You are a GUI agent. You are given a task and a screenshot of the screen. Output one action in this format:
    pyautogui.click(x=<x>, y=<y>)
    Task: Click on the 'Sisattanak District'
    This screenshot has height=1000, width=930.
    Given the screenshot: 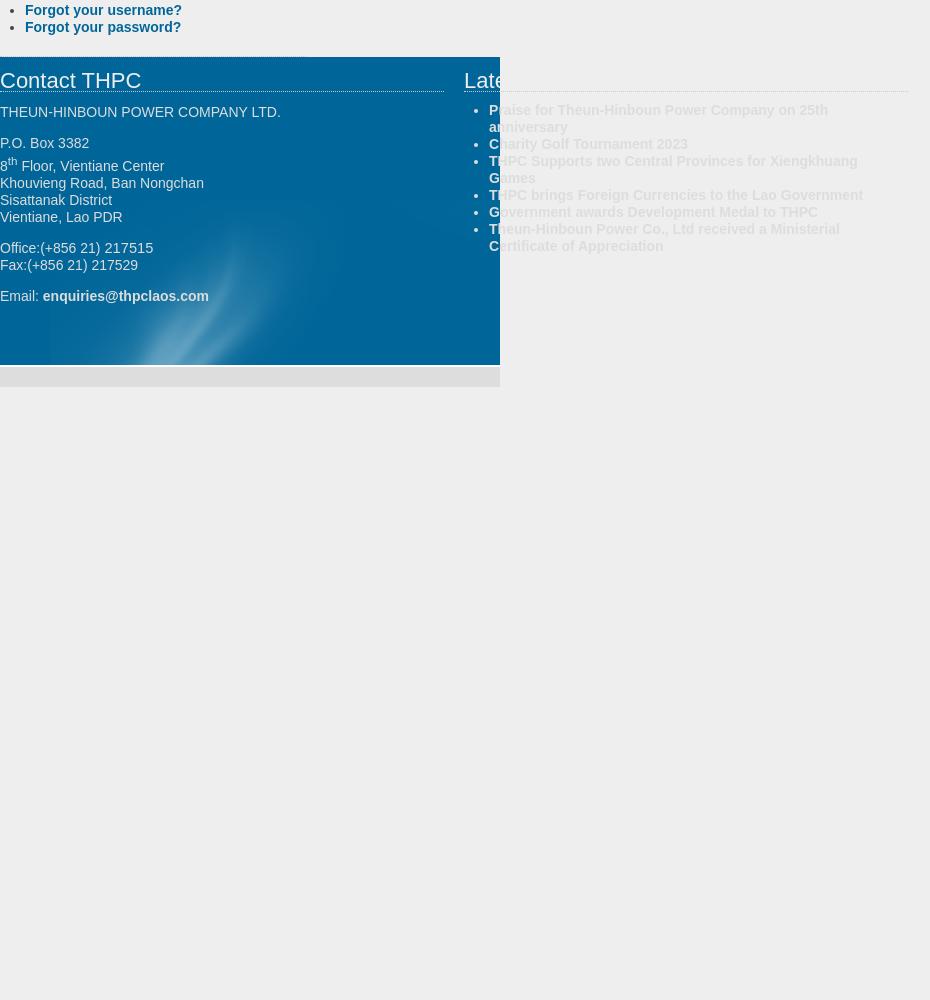 What is the action you would take?
    pyautogui.click(x=0, y=198)
    